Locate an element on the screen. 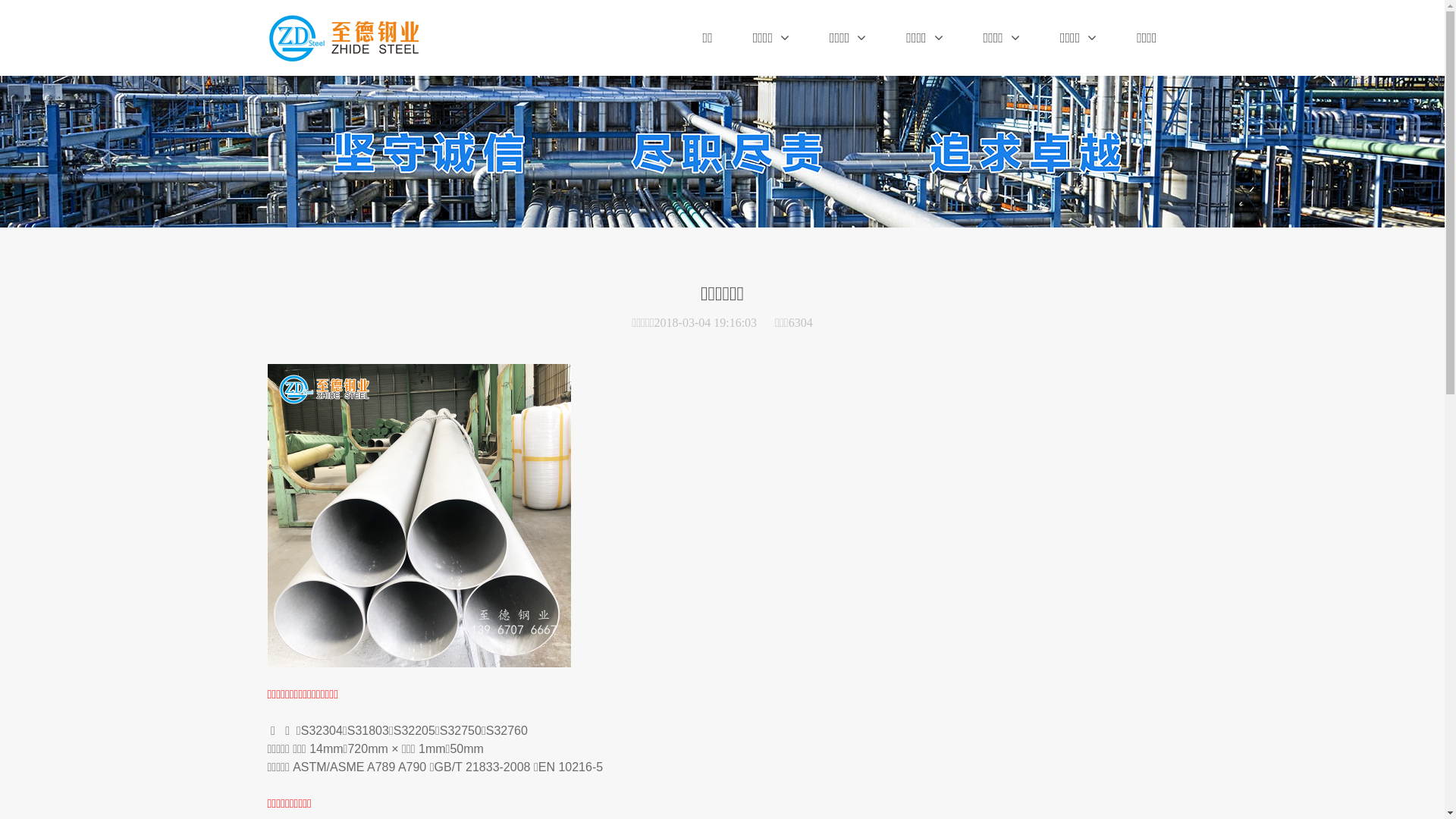 The height and width of the screenshot is (819, 1456). '04.jpg' is located at coordinates (419, 514).